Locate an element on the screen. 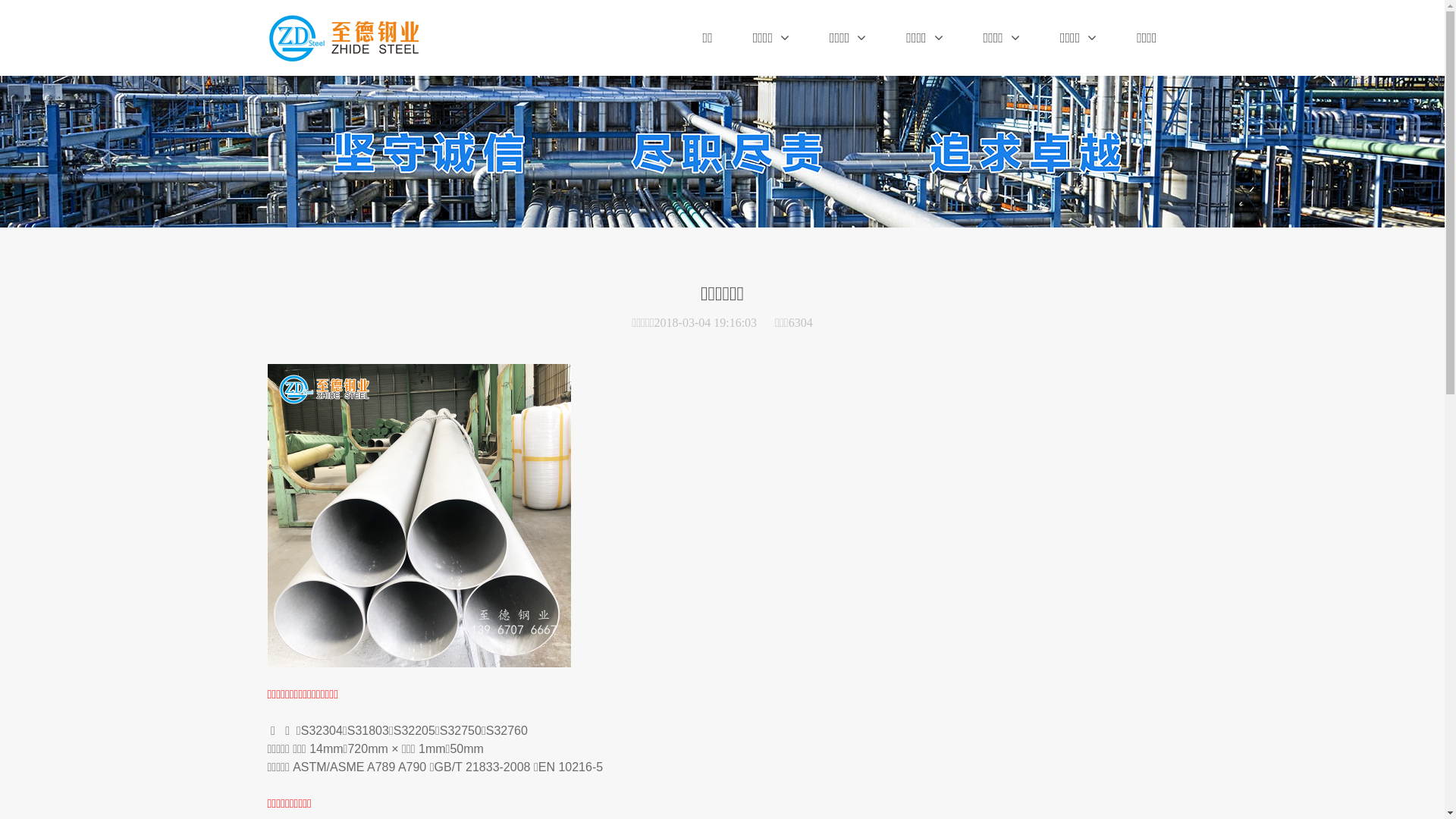 The height and width of the screenshot is (819, 1456). '04.jpg' is located at coordinates (419, 514).